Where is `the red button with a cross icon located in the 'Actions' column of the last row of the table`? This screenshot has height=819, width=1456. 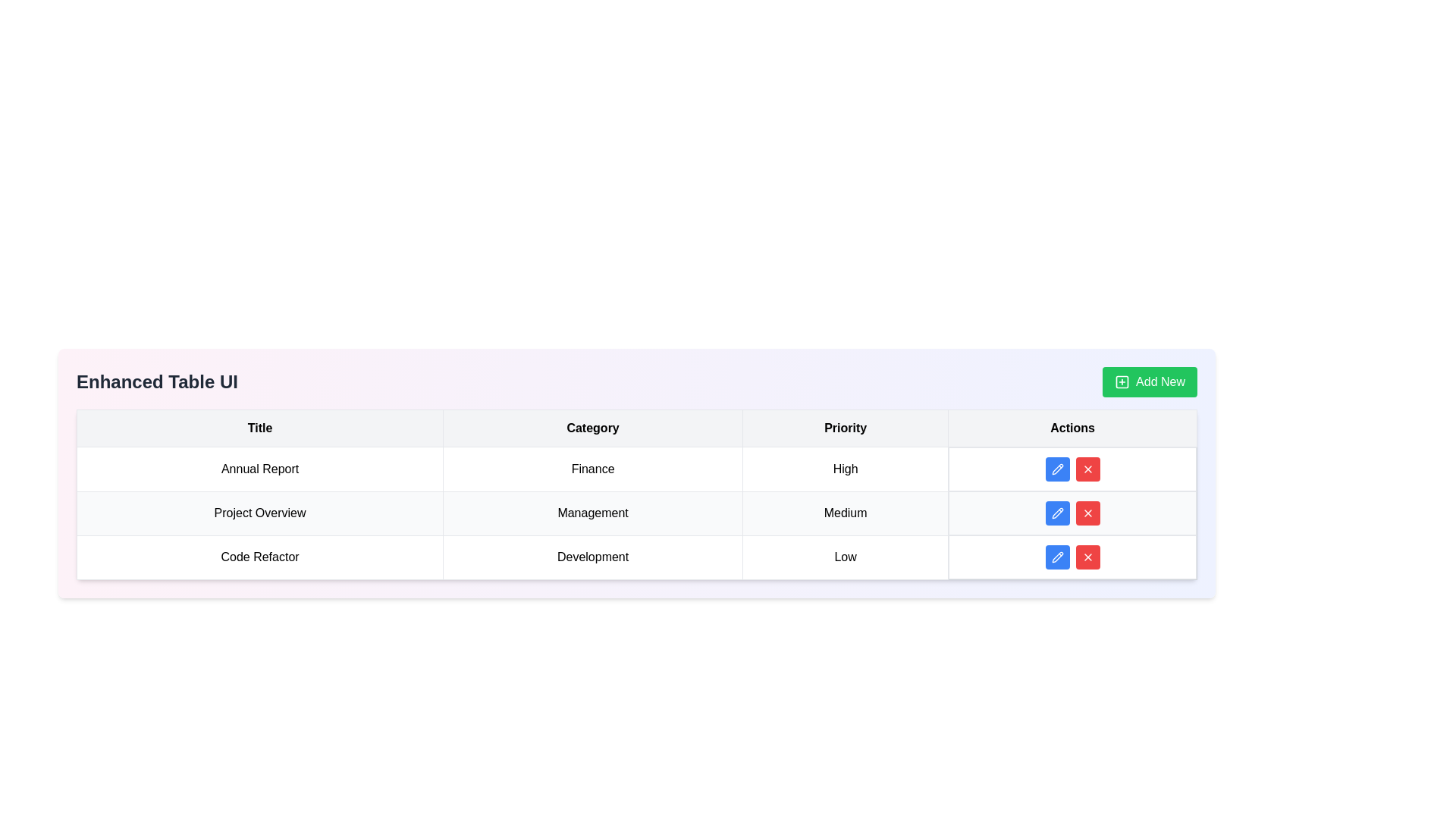 the red button with a cross icon located in the 'Actions' column of the last row of the table is located at coordinates (1087, 557).